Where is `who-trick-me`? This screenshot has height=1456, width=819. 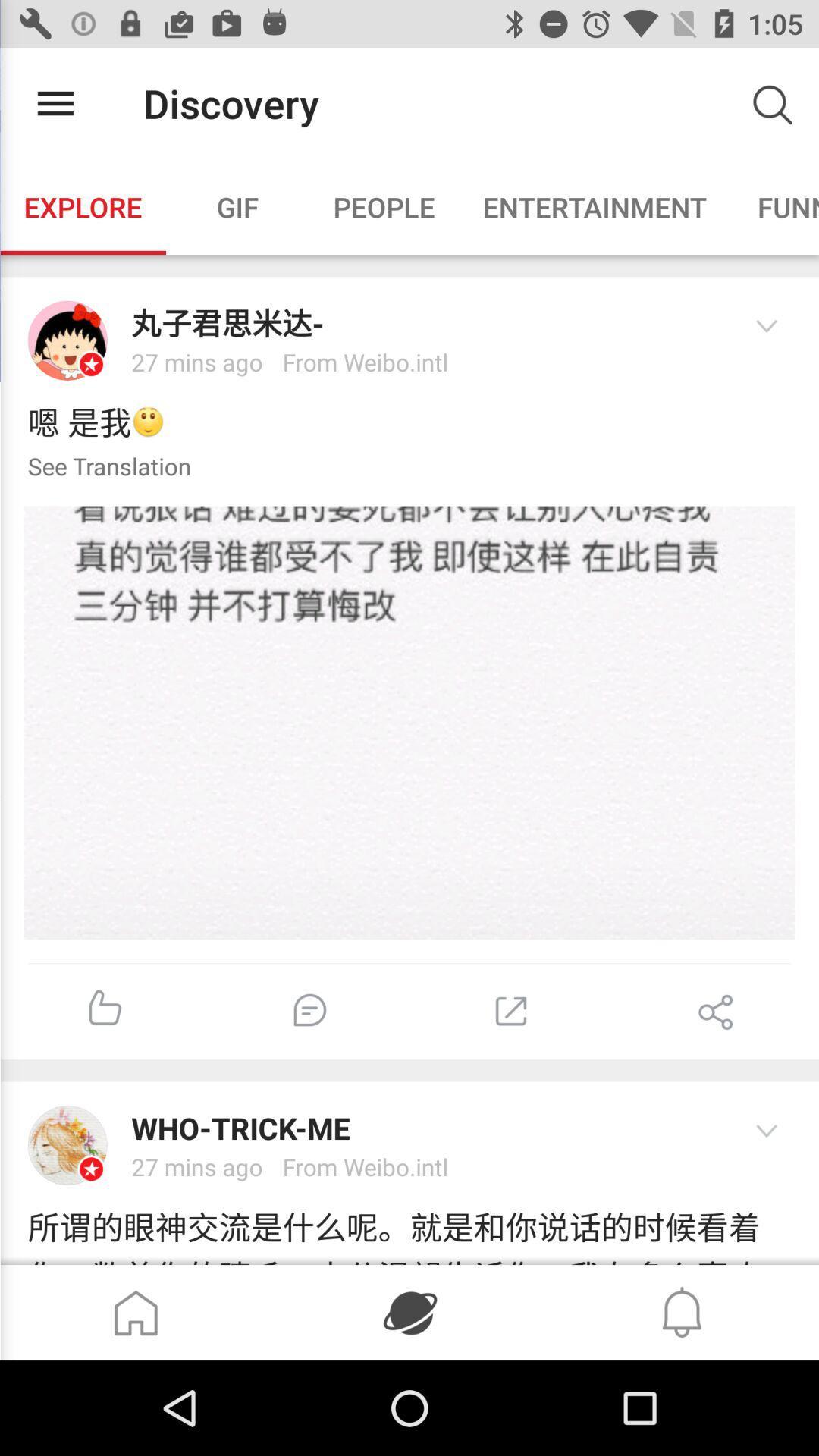
who-trick-me is located at coordinates (425, 1128).